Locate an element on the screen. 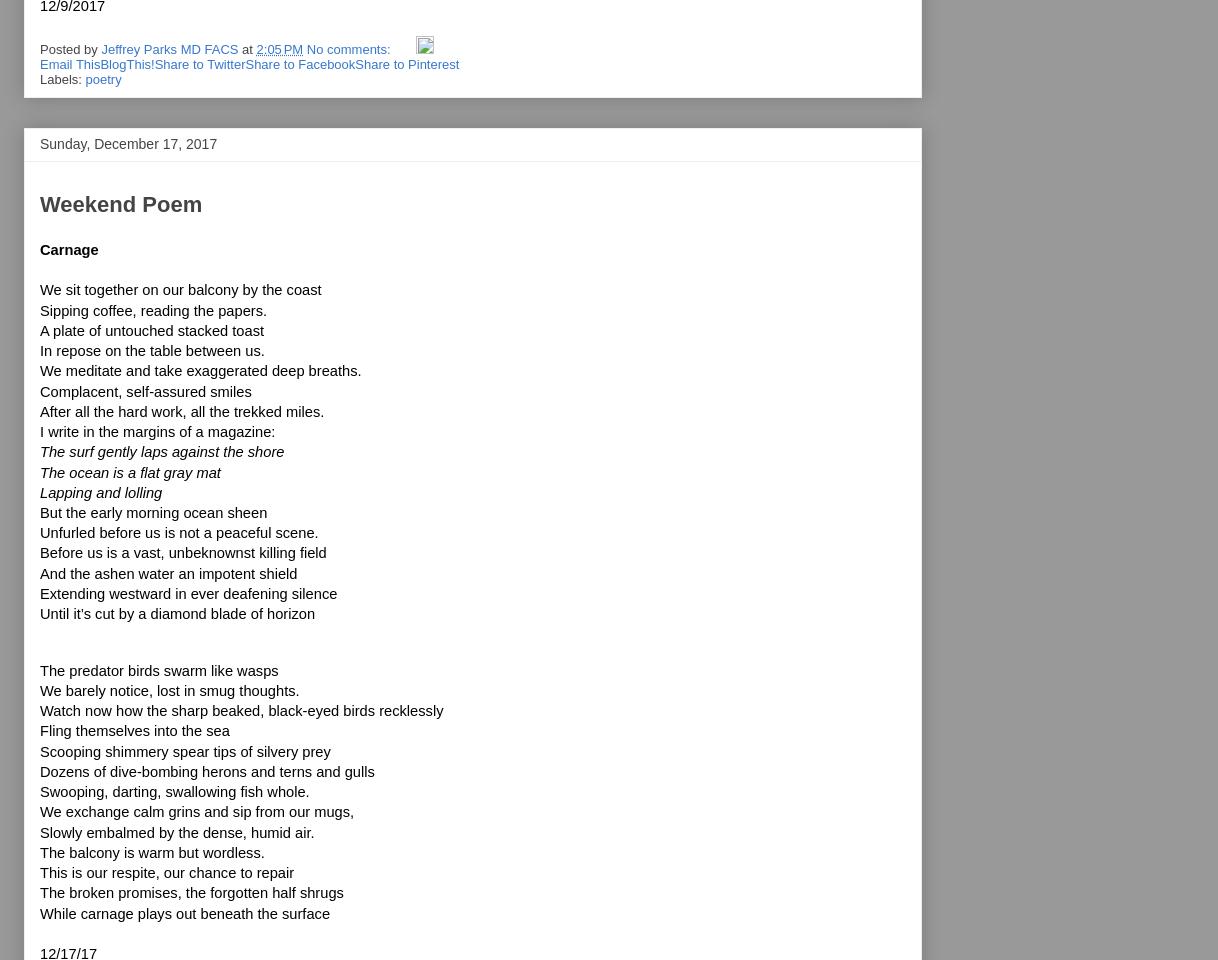 This screenshot has width=1218, height=960. 'The surf gently laps against the shore' is located at coordinates (160, 451).